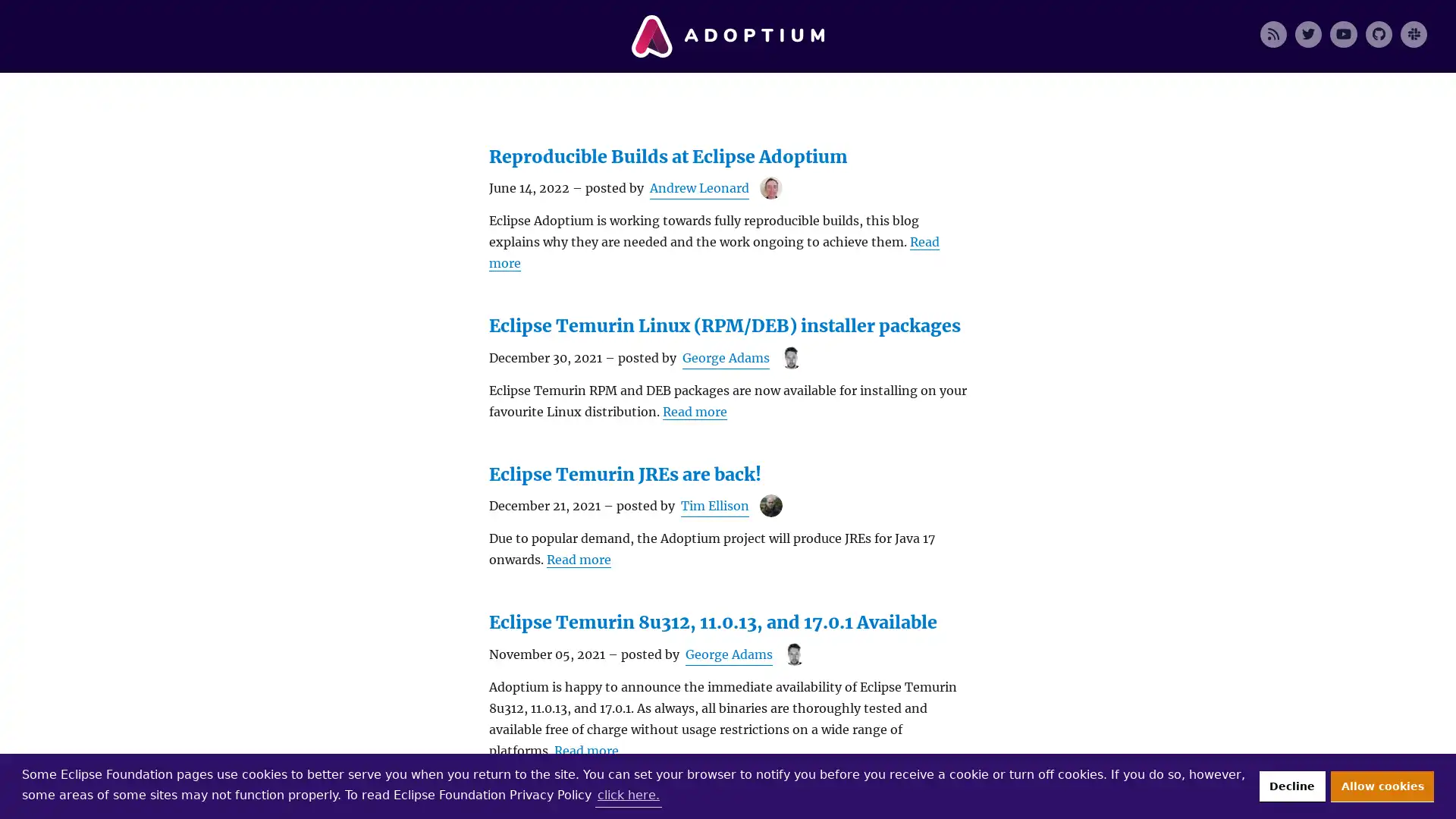 This screenshot has height=819, width=1456. I want to click on allow cookies, so click(1382, 785).